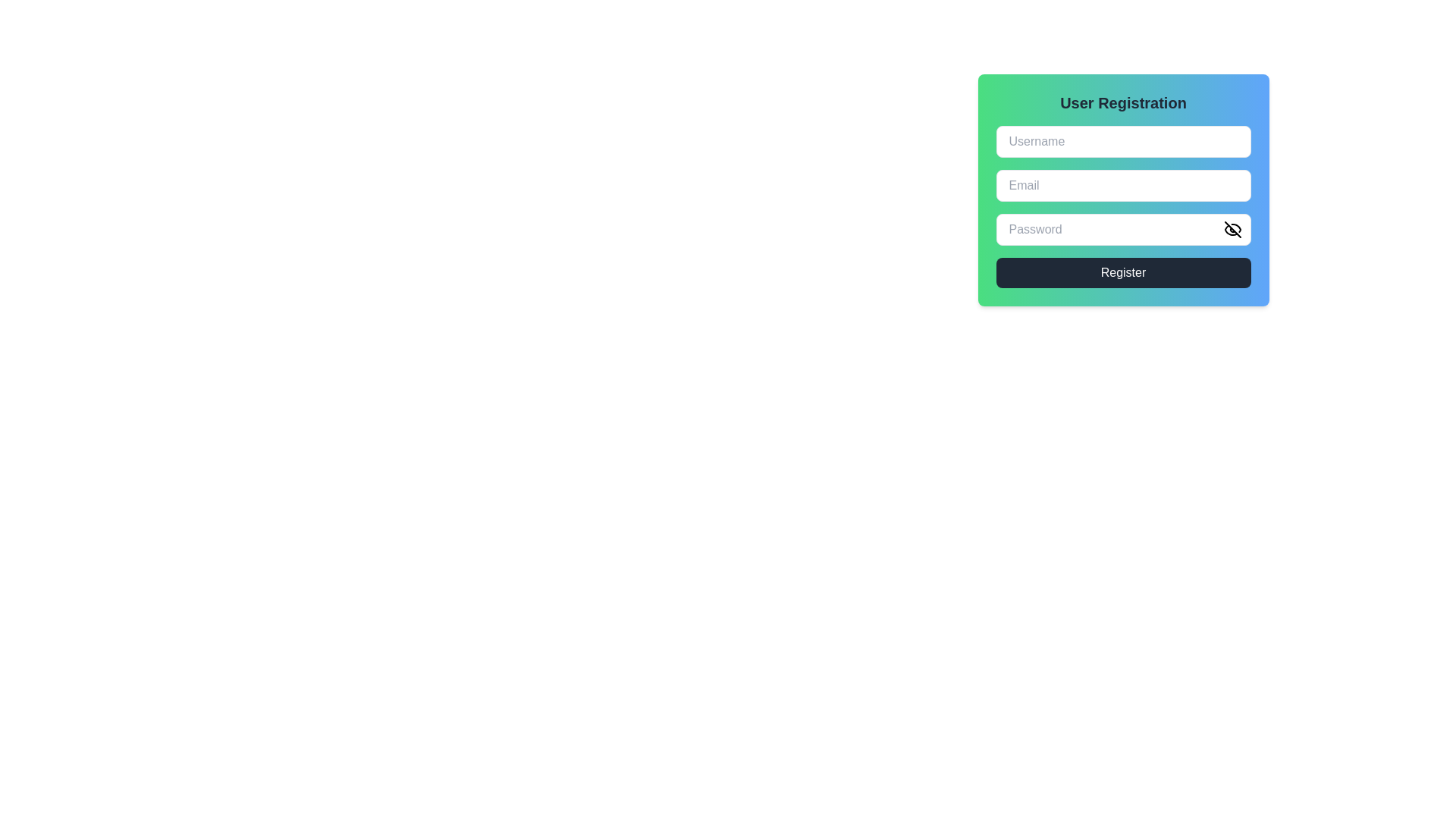 This screenshot has width=1456, height=819. I want to click on the password visibility toggle icon button located to the right of the password input field, so click(1232, 230).